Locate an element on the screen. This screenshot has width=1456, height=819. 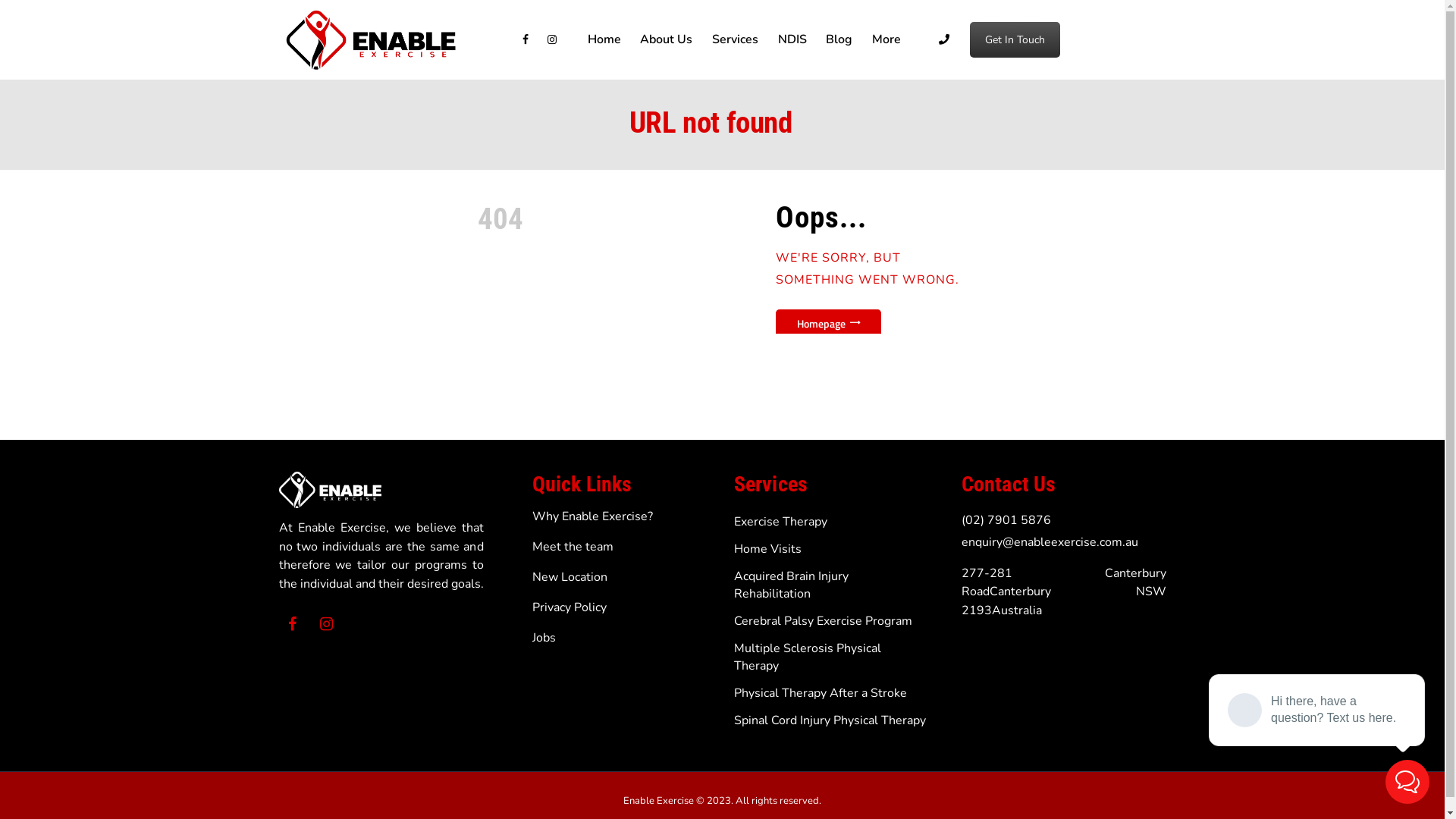
'Multiple Sclerosis Physical Therapy' is located at coordinates (807, 656).